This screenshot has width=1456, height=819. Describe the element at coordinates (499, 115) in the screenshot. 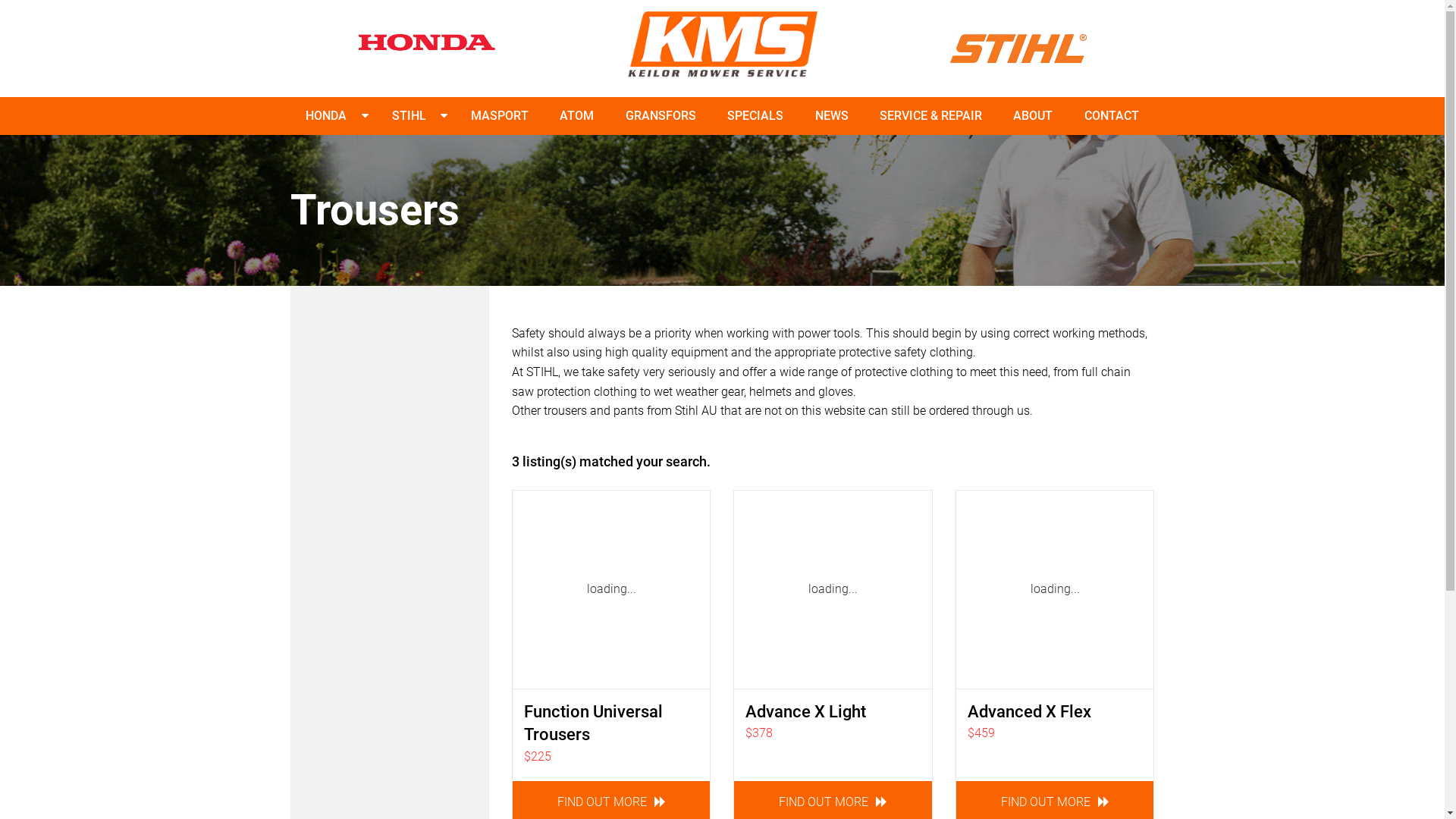

I see `'MASPORT'` at that location.